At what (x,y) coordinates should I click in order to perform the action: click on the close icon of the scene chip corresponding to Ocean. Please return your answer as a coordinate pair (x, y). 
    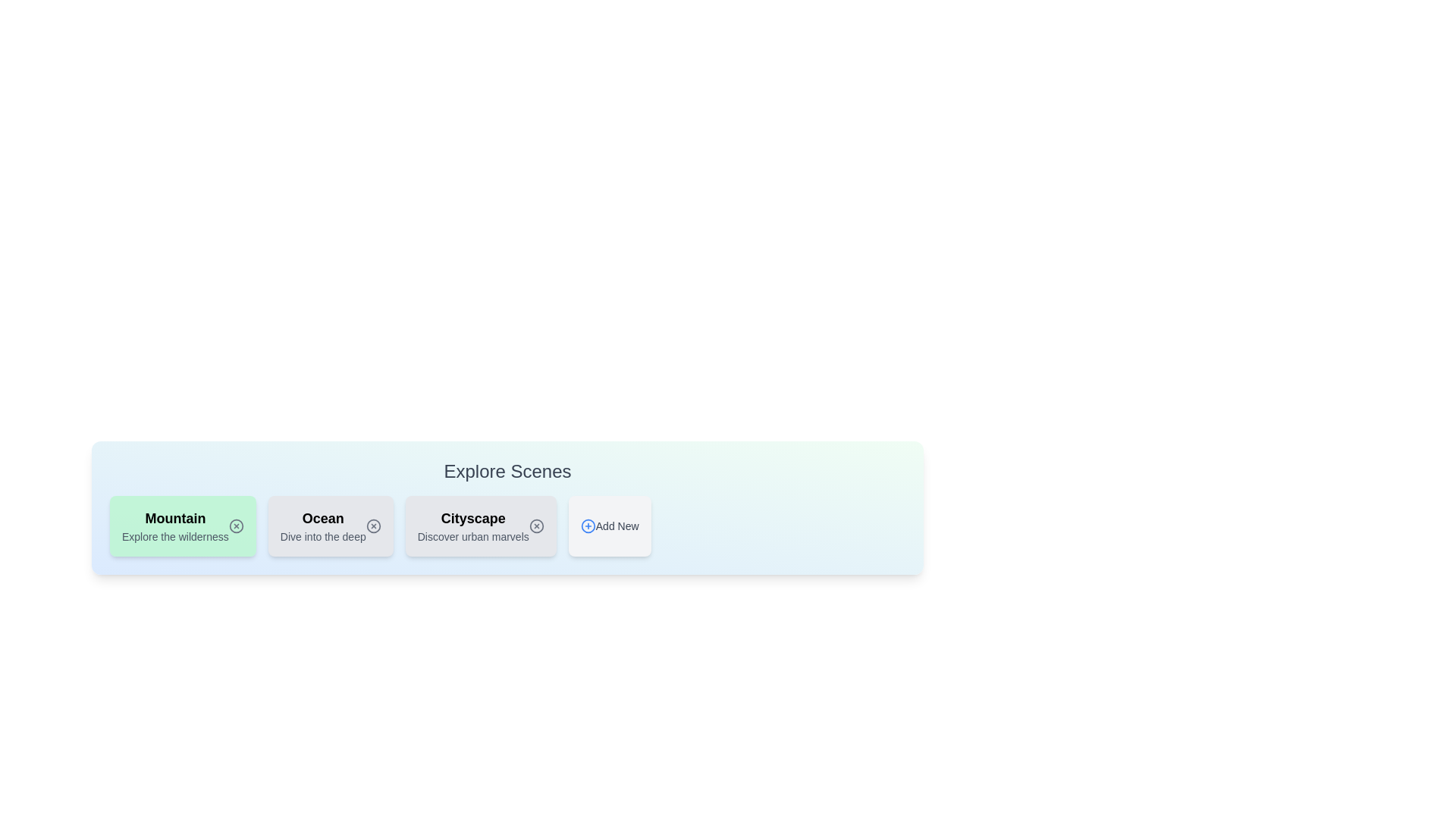
    Looking at the image, I should click on (373, 526).